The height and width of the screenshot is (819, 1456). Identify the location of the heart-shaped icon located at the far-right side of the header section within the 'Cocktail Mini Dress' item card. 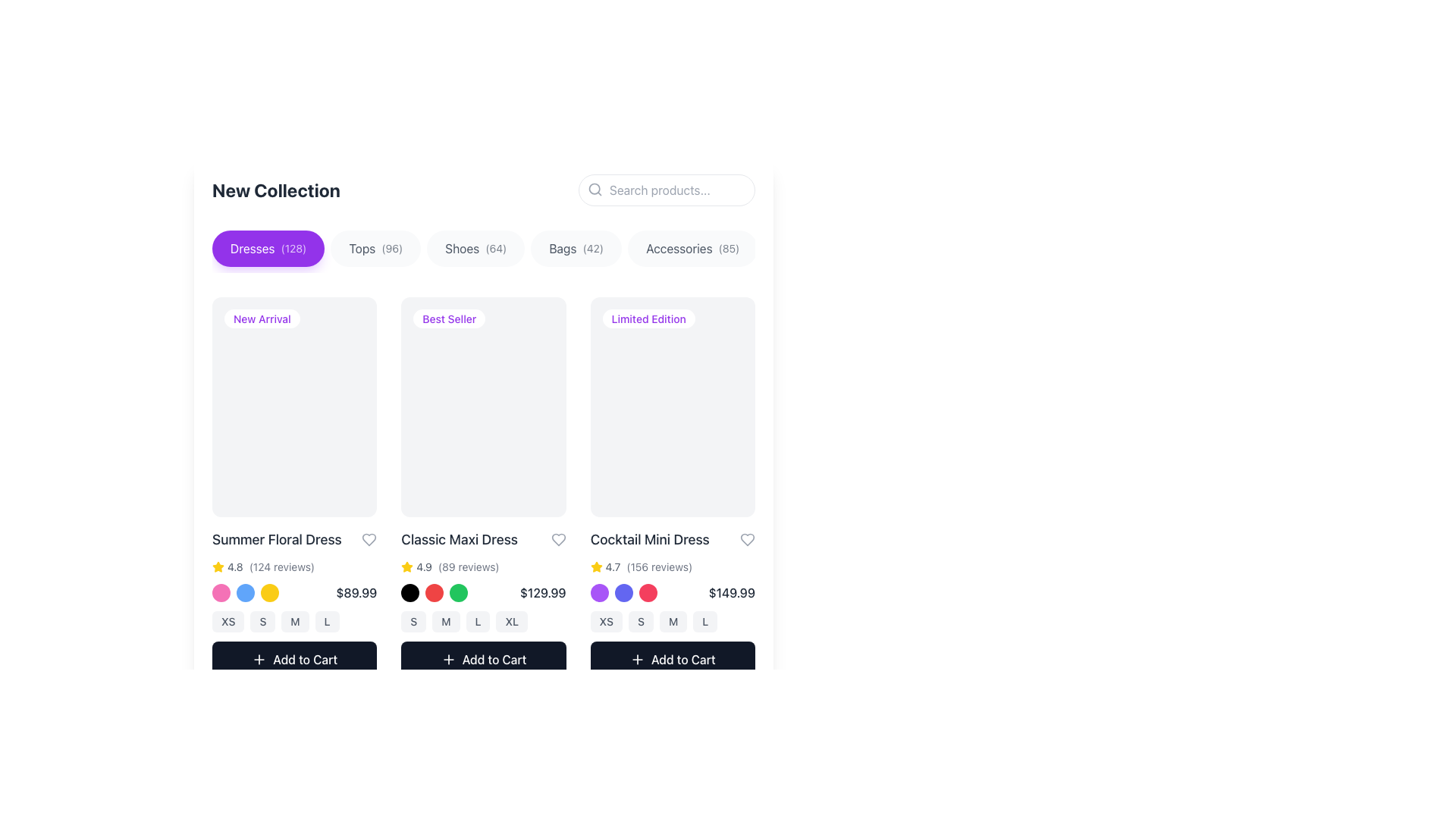
(747, 538).